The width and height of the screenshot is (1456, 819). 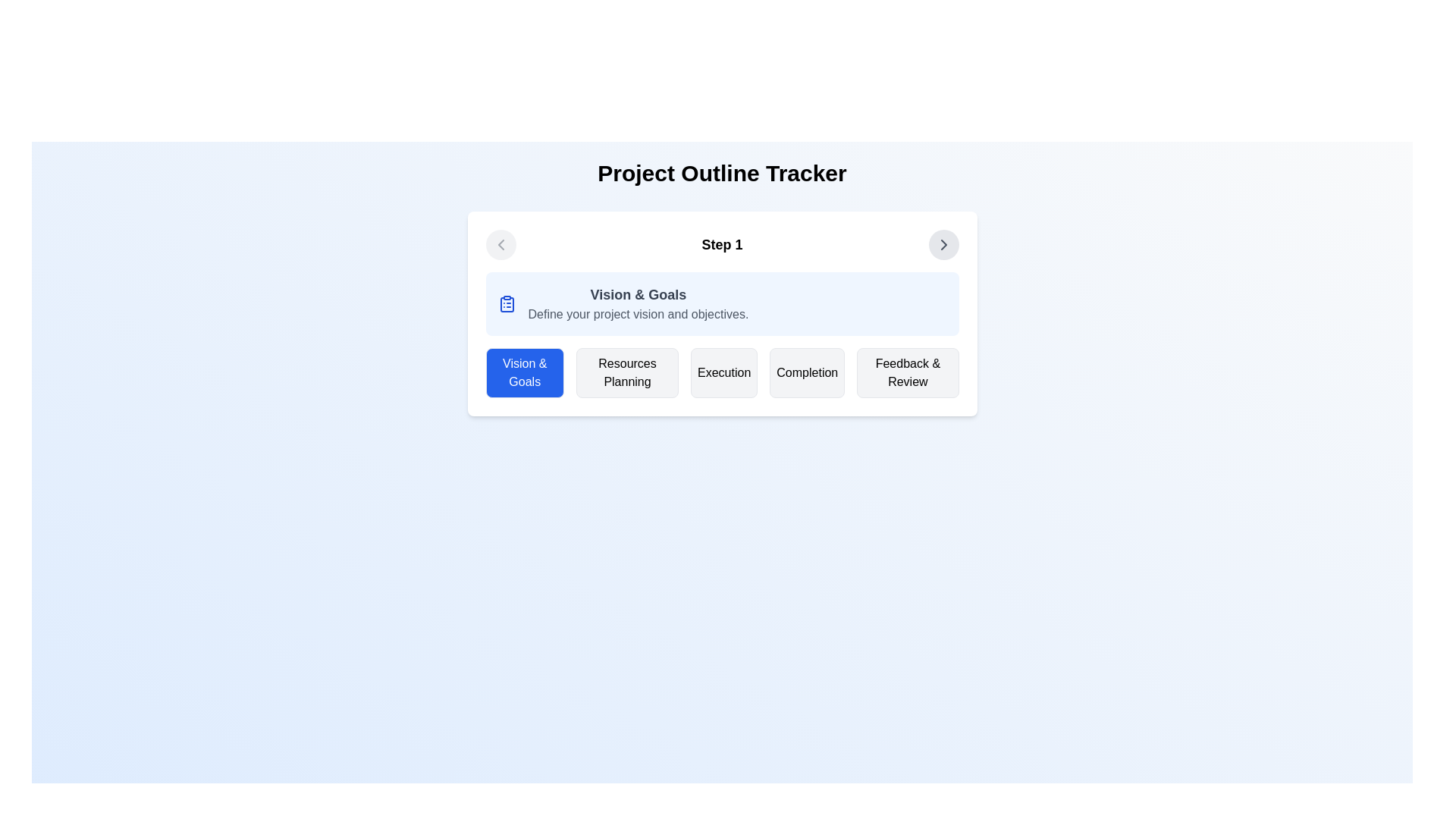 What do you see at coordinates (908, 373) in the screenshot?
I see `the fifth button in a horizontal sequence, located at the far right` at bounding box center [908, 373].